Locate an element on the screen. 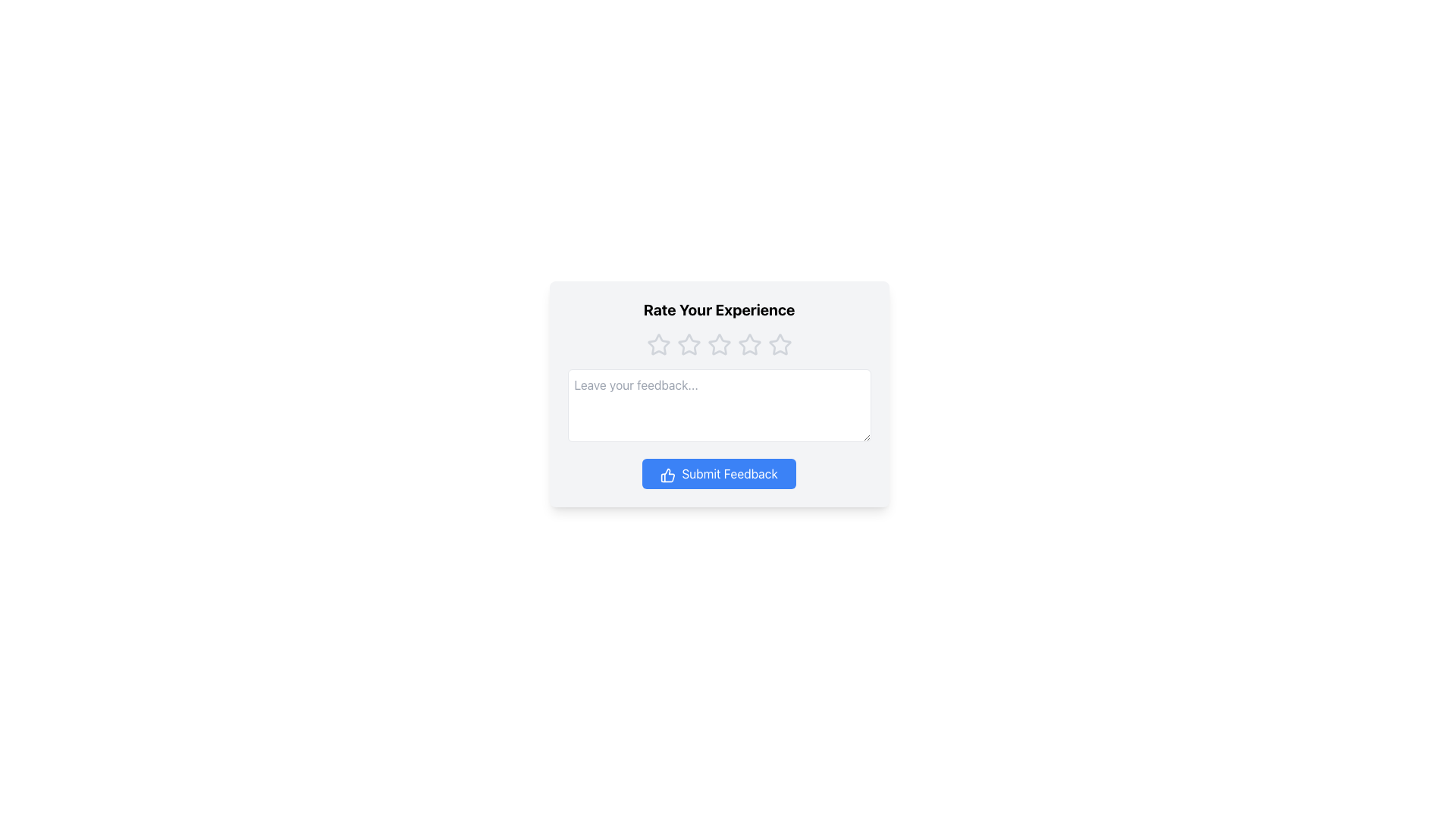 Image resolution: width=1456 pixels, height=819 pixels. the first star in the horizontal line of five stars is located at coordinates (688, 344).